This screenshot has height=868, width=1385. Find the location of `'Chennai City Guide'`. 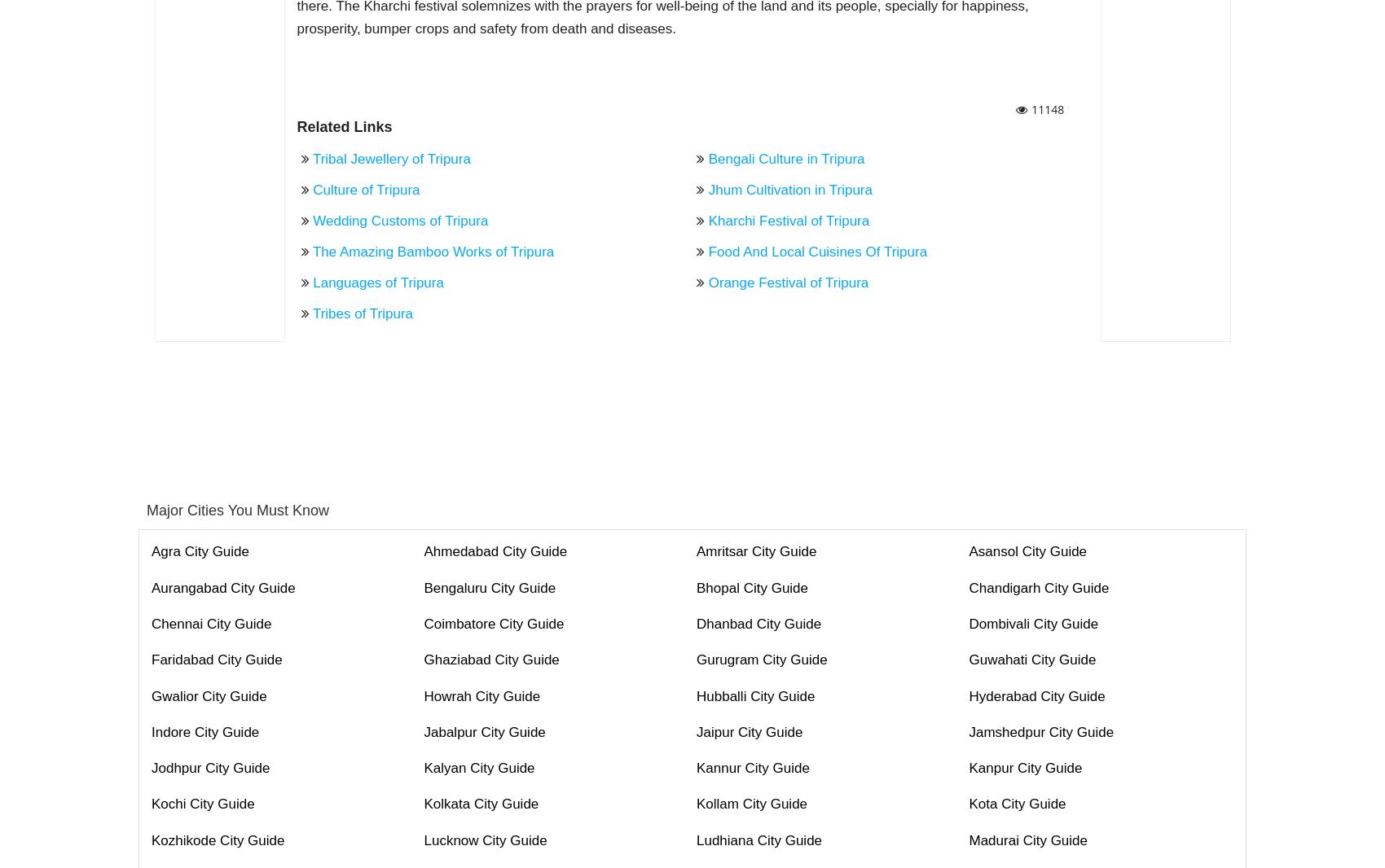

'Chennai City Guide' is located at coordinates (211, 623).